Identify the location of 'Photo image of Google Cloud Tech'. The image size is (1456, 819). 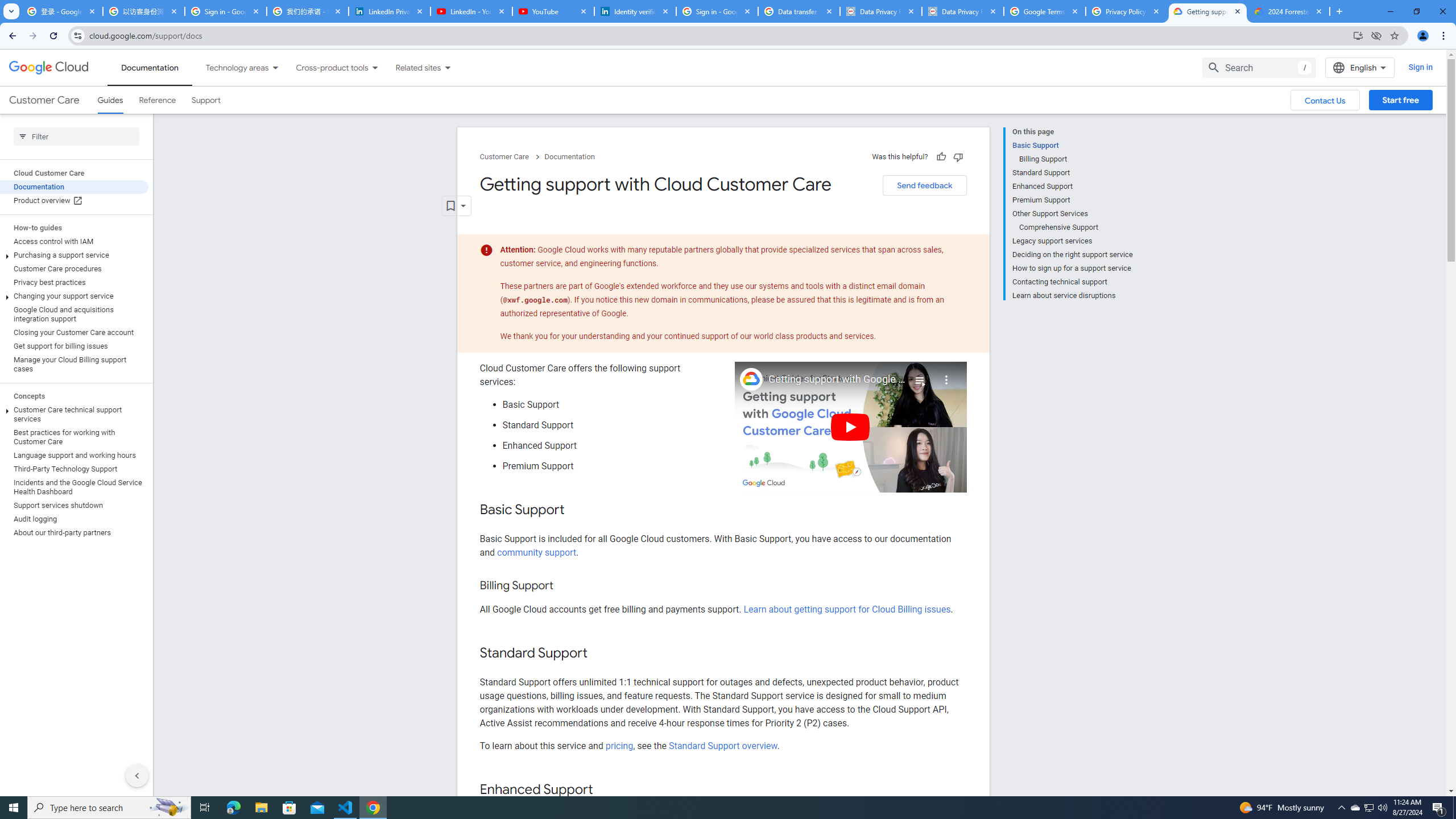
(751, 379).